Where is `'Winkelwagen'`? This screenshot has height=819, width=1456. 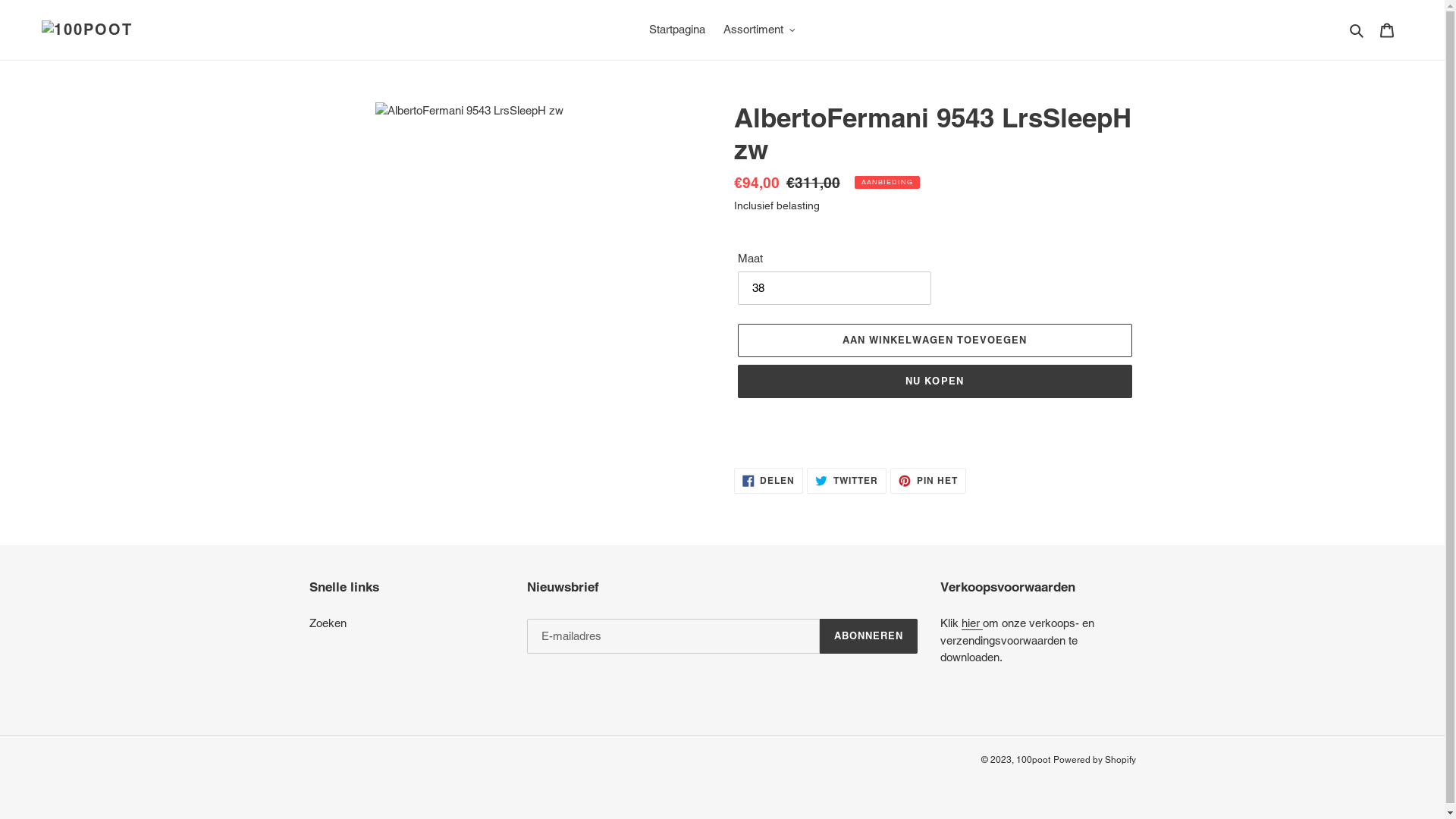
'Winkelwagen' is located at coordinates (1386, 30).